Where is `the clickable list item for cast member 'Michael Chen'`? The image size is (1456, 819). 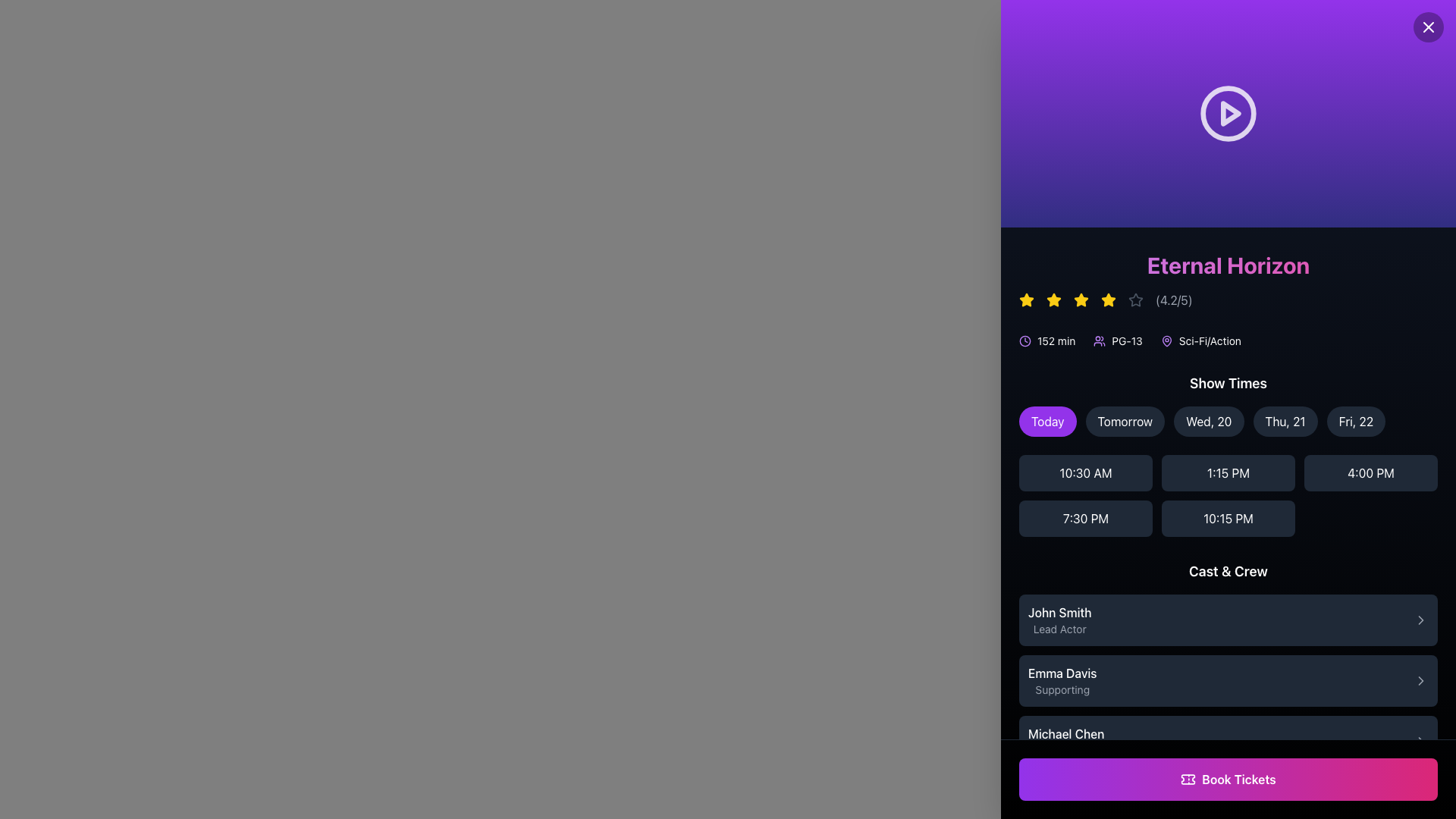
the clickable list item for cast member 'Michael Chen' is located at coordinates (1228, 741).